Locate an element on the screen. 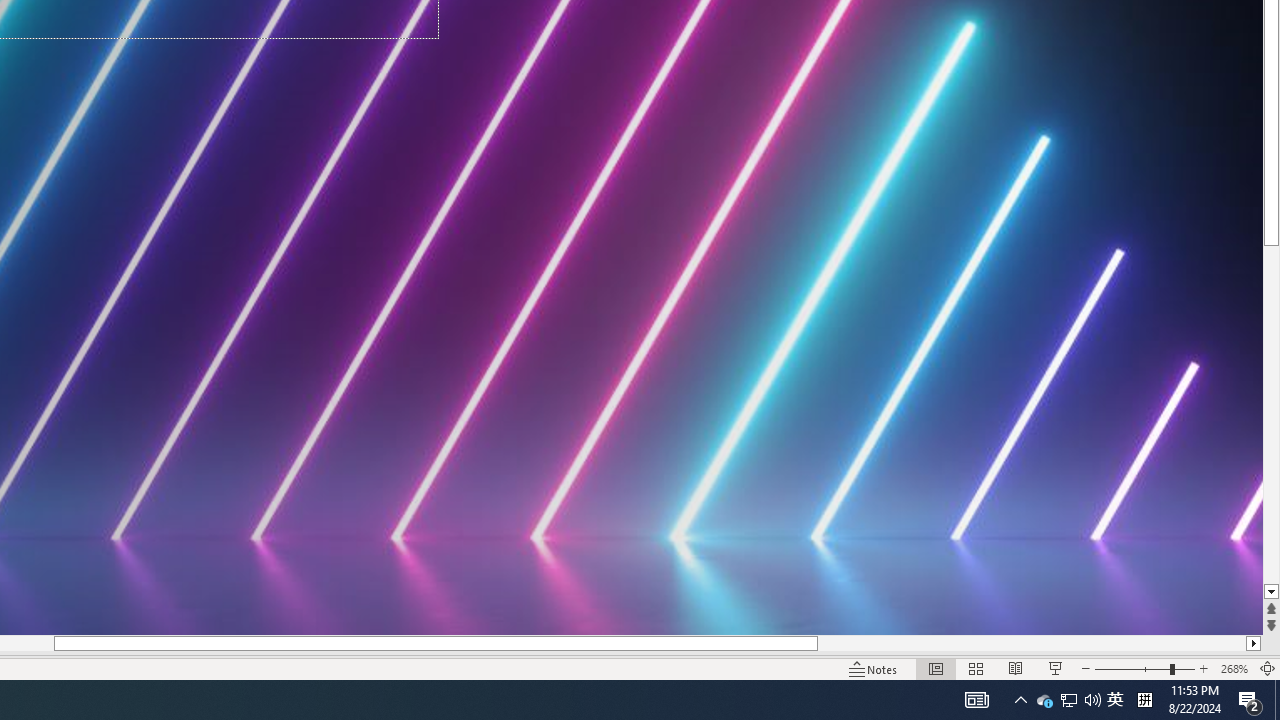 The image size is (1280, 720). 'Zoom 268%' is located at coordinates (1233, 669).